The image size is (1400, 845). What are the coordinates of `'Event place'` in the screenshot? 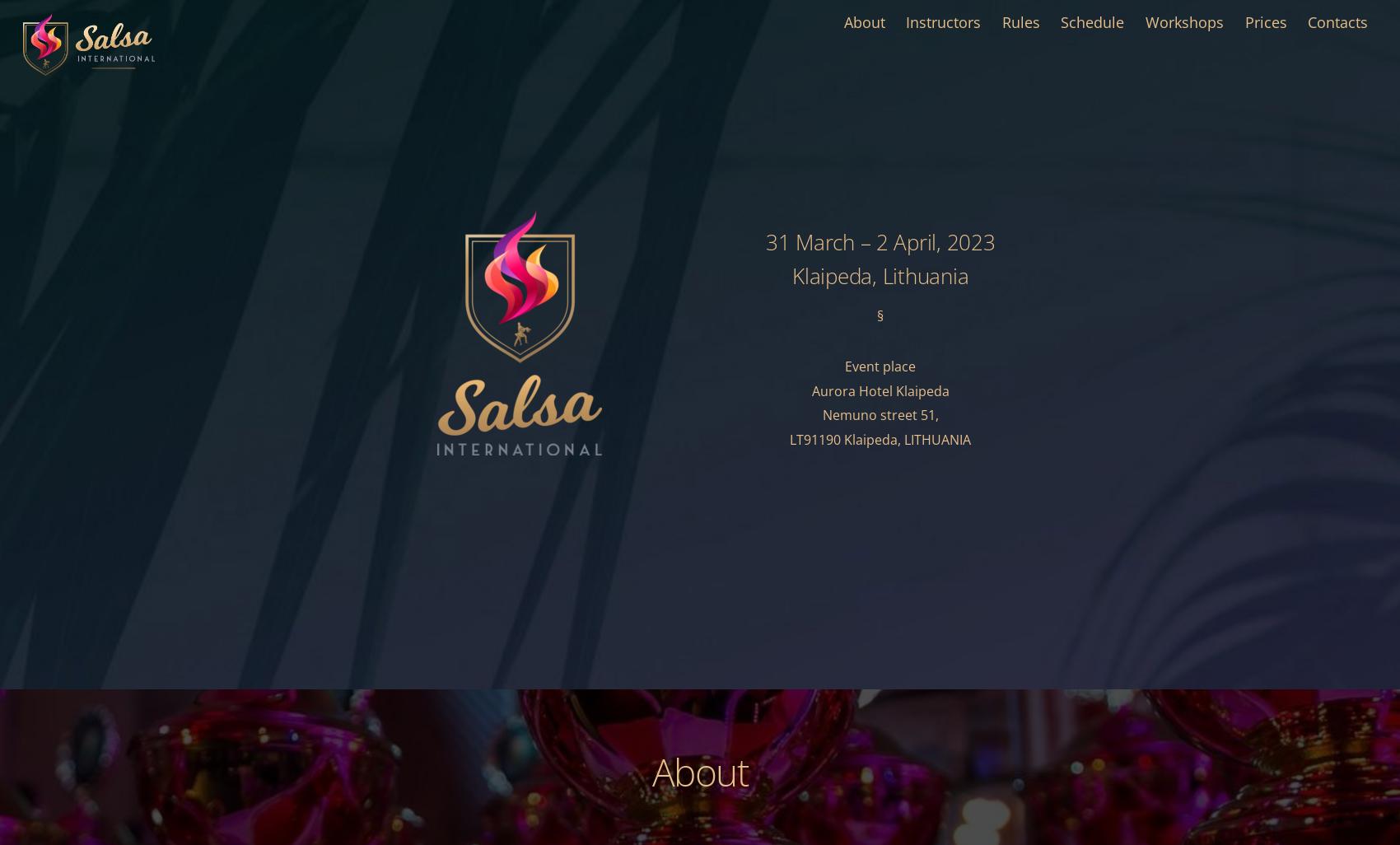 It's located at (880, 366).